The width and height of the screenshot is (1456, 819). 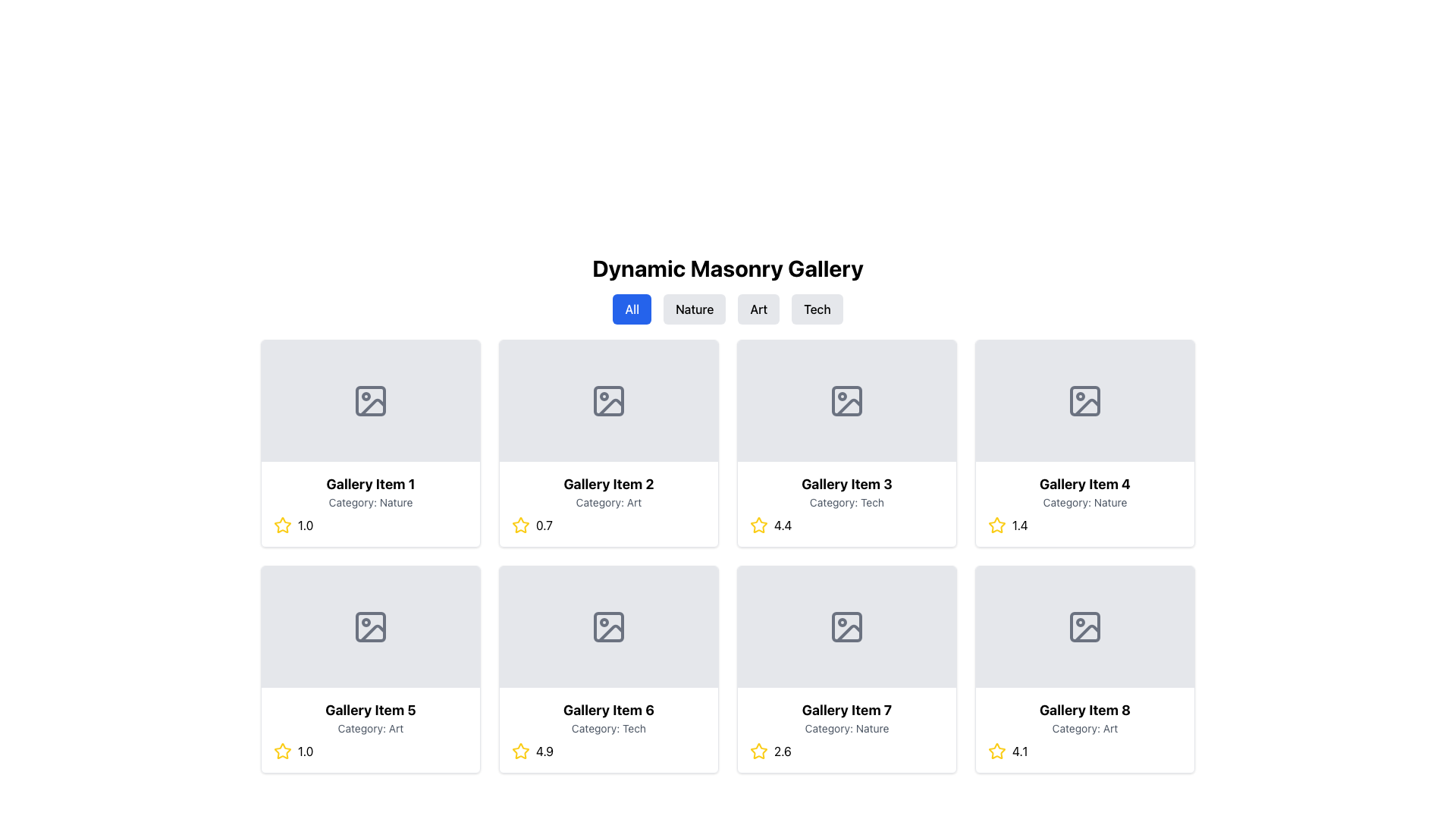 What do you see at coordinates (608, 525) in the screenshot?
I see `rating value displayed in the rating indicator for the item 'Gallery Item 2', located at the bottom-left corner of its card` at bounding box center [608, 525].